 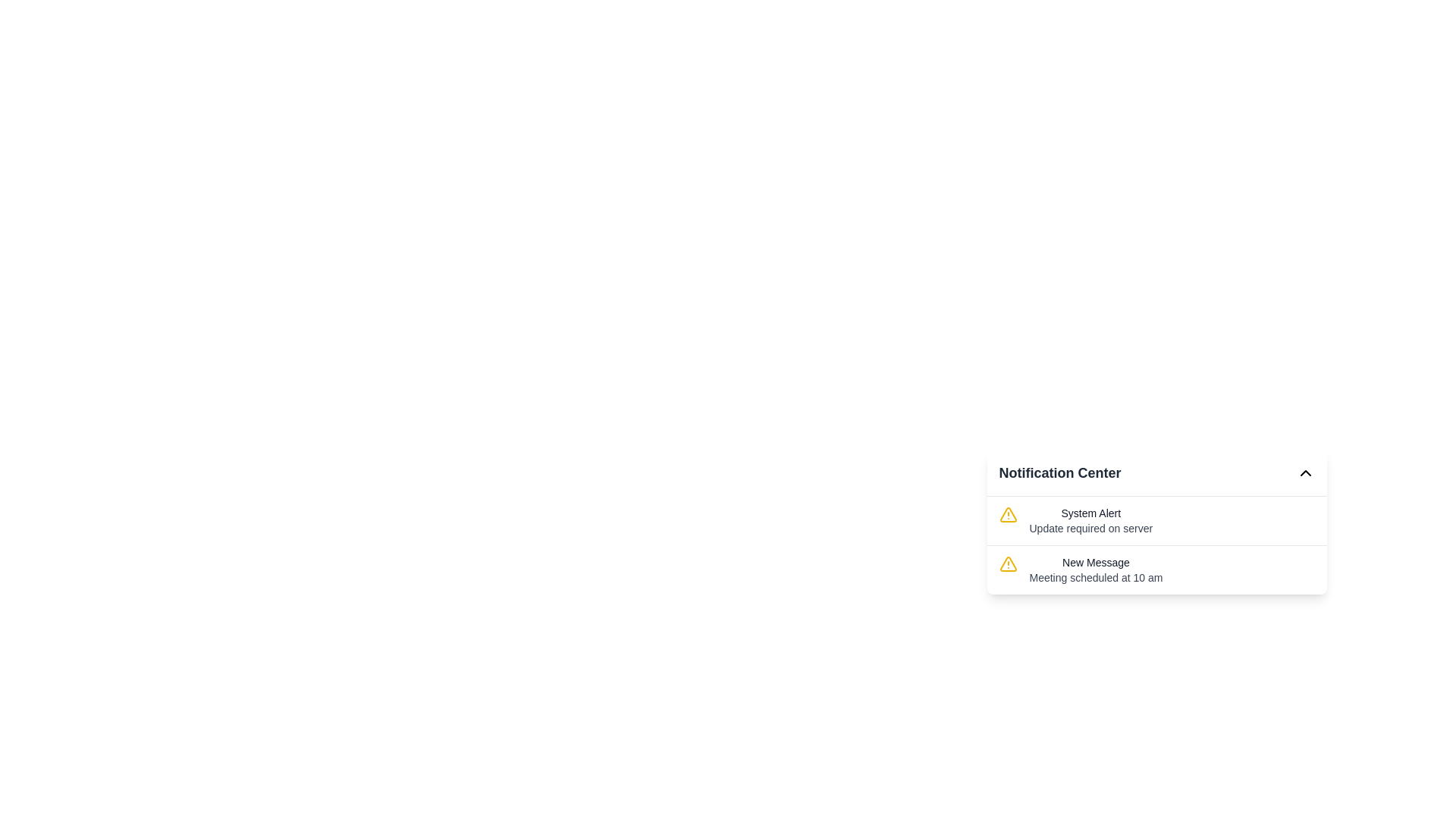 I want to click on text displayed in the 'New Message' text label, which is styled in a small-sized, bolded, dark gray font in the Notification Center interface, so click(x=1096, y=562).